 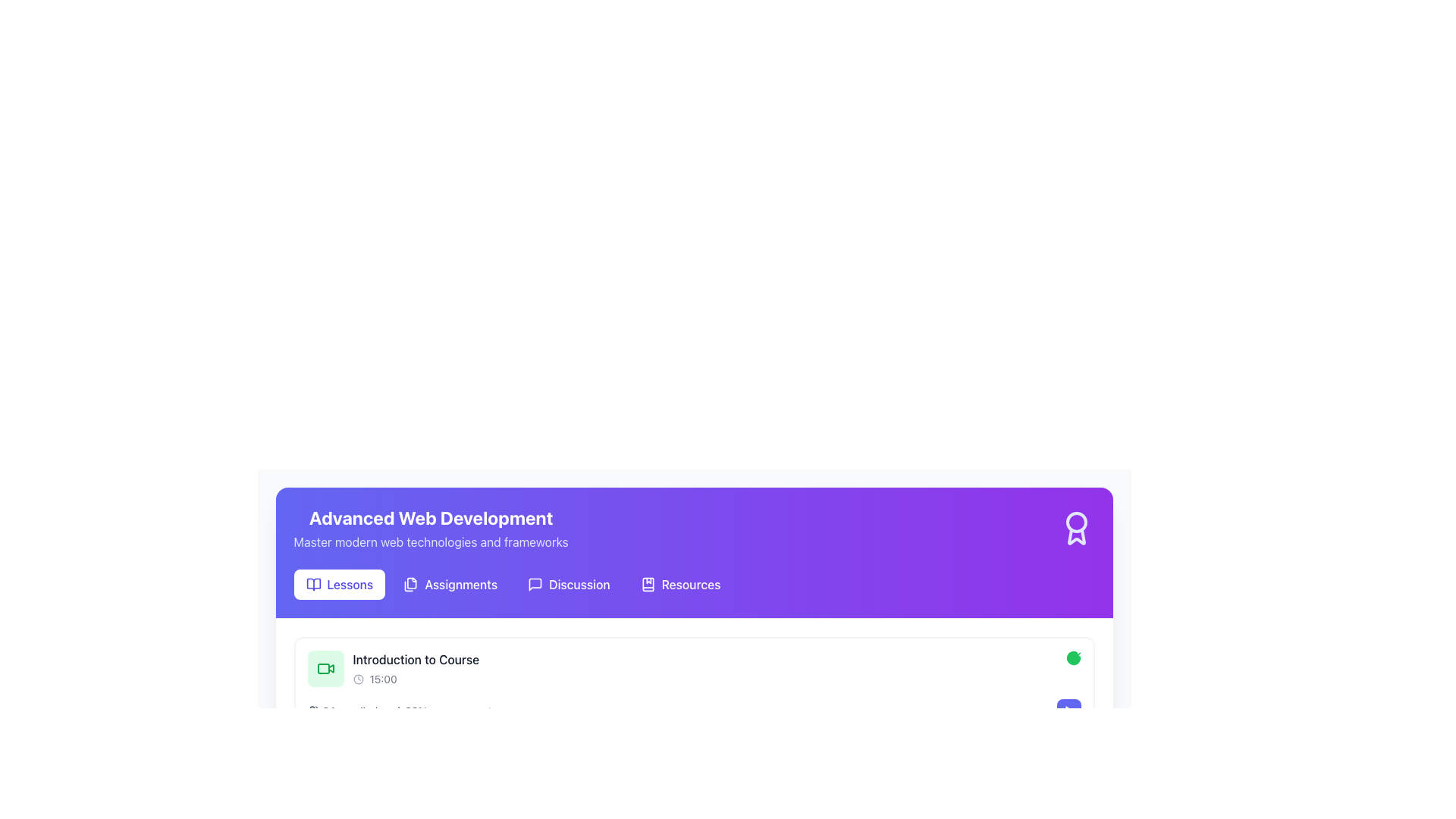 I want to click on the circular icon within the clock representation, located near the 'Introduction to Course' entry, to read the associated information, so click(x=357, y=678).